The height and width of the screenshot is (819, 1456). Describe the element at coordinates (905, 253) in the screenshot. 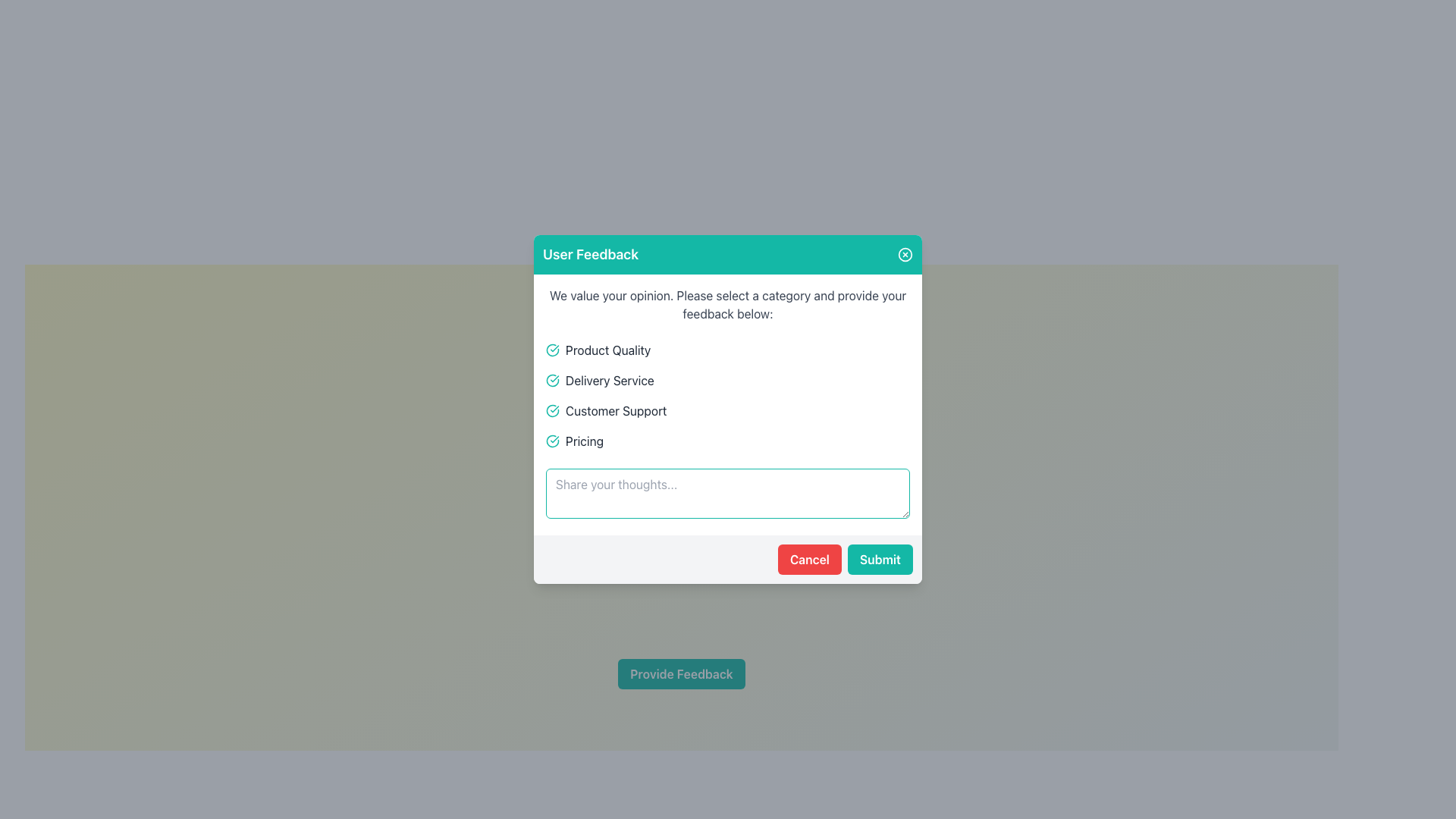

I see `the SVG circle element located at the top-right corner of the 'User Feedback' modal dialog` at that location.